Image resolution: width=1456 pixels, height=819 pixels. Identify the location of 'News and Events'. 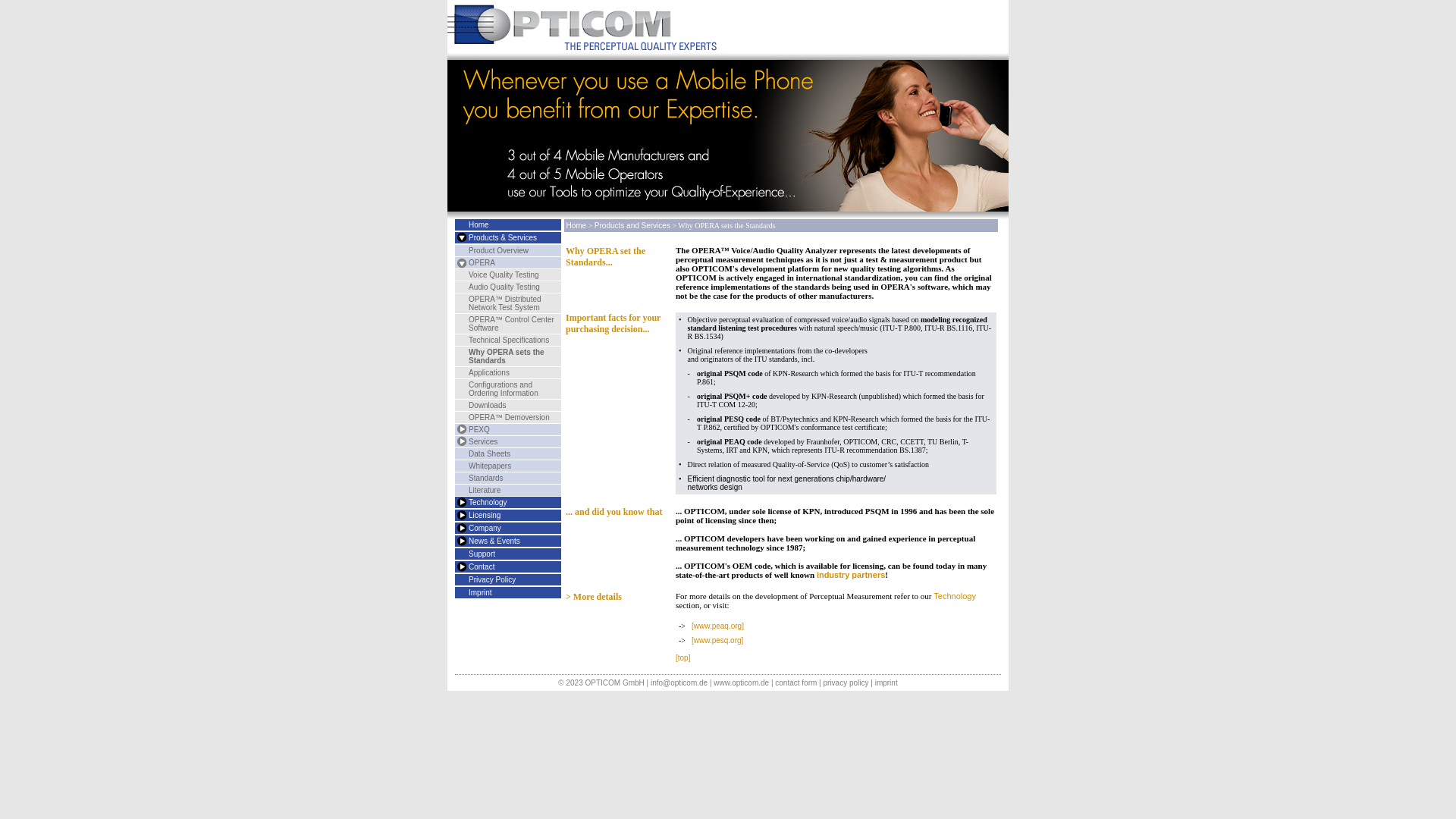
(459, 540).